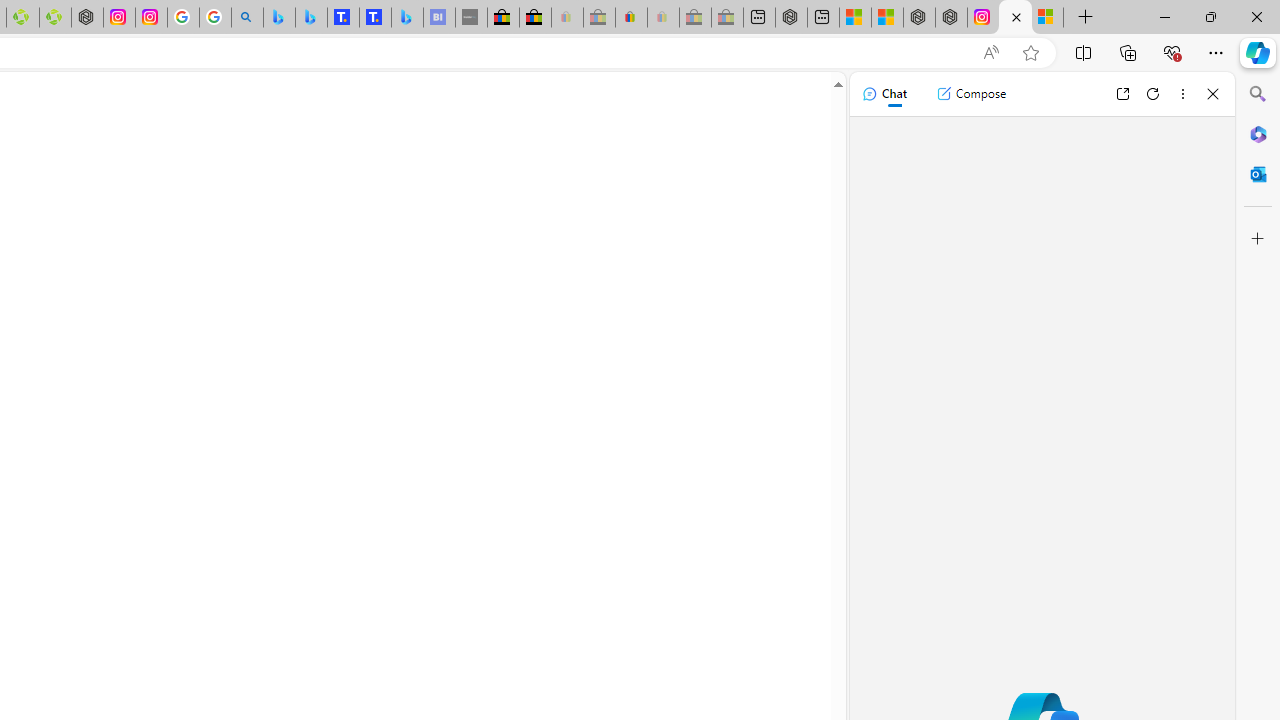  What do you see at coordinates (883, 93) in the screenshot?
I see `'Chat'` at bounding box center [883, 93].